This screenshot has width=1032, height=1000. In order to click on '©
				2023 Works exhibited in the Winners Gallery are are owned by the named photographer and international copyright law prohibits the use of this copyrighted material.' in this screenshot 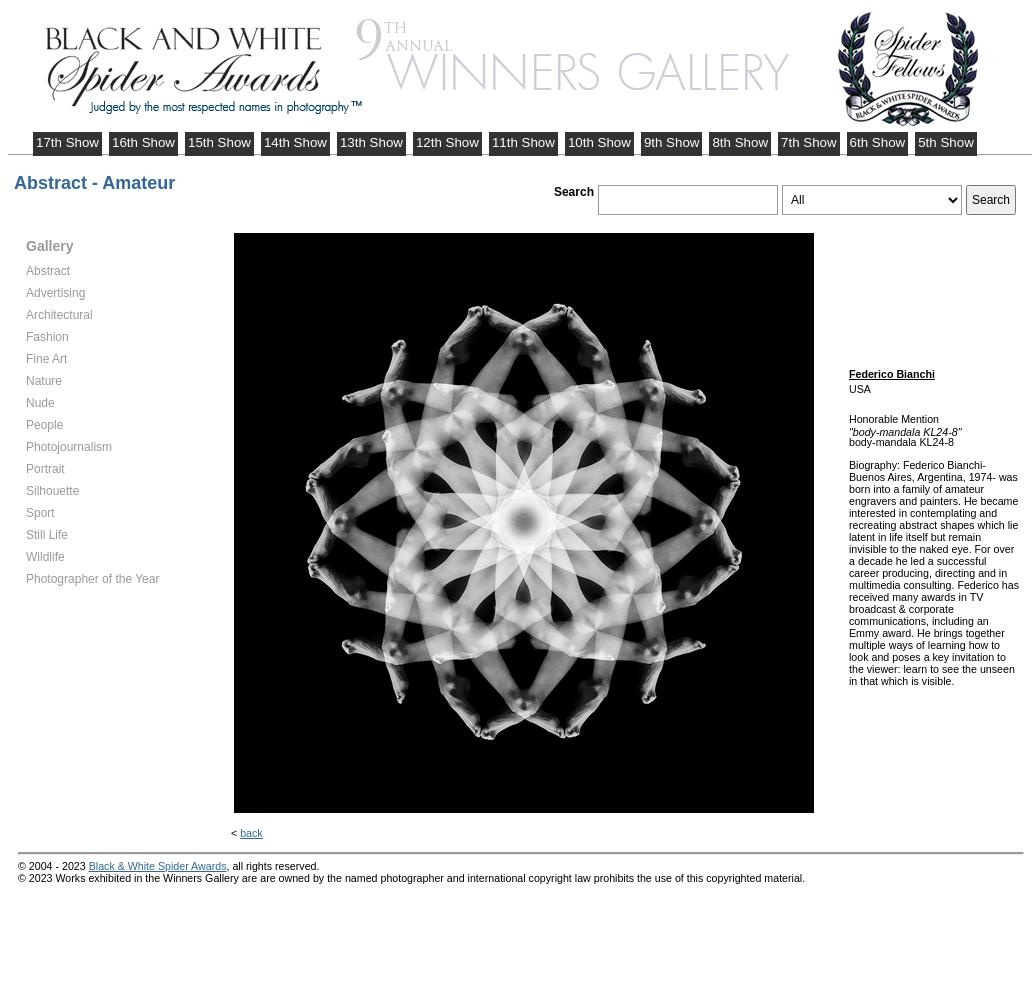, I will do `click(410, 877)`.